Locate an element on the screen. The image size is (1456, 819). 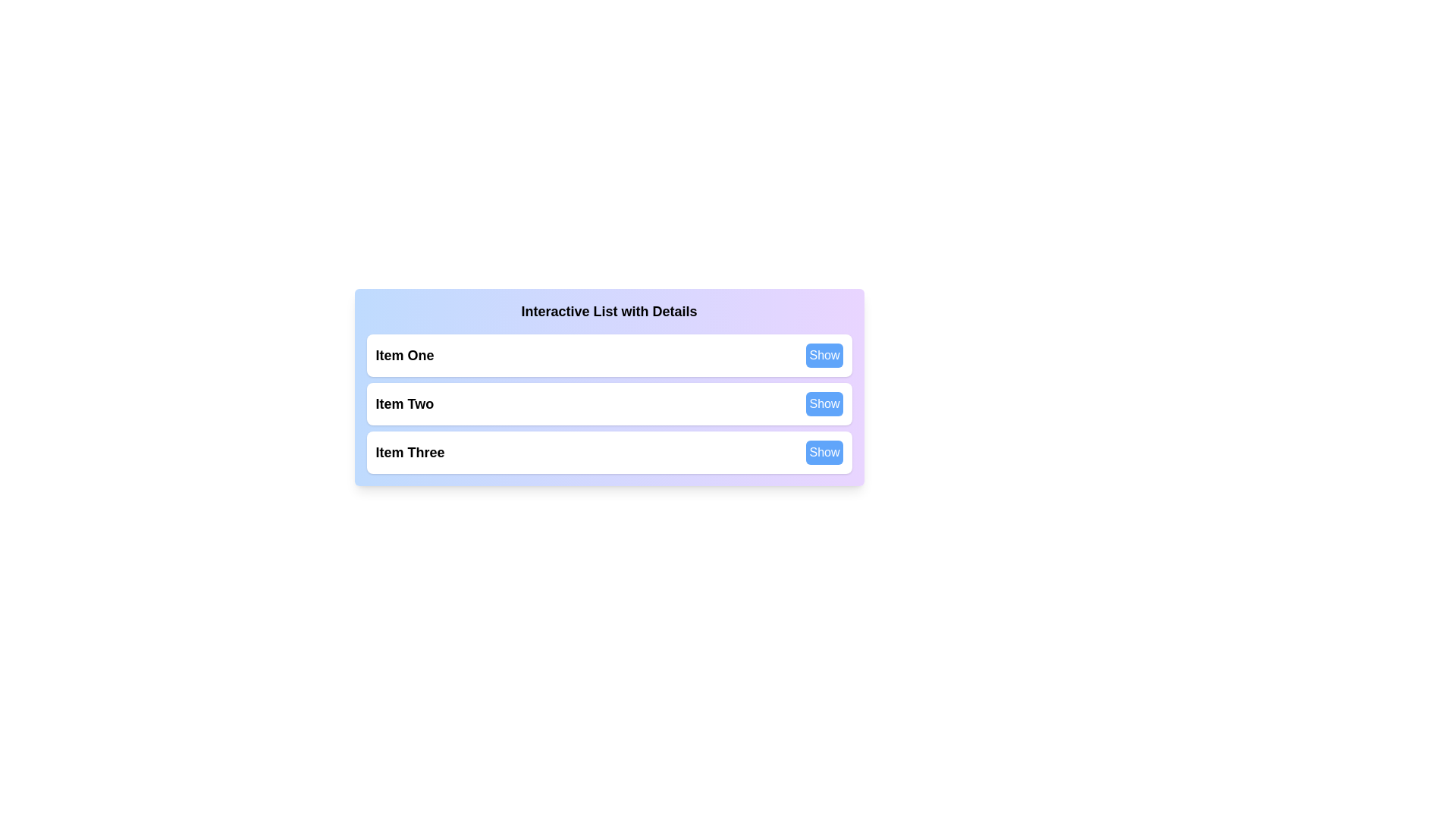
the 'Show' button for the item with title Item Two is located at coordinates (824, 403).